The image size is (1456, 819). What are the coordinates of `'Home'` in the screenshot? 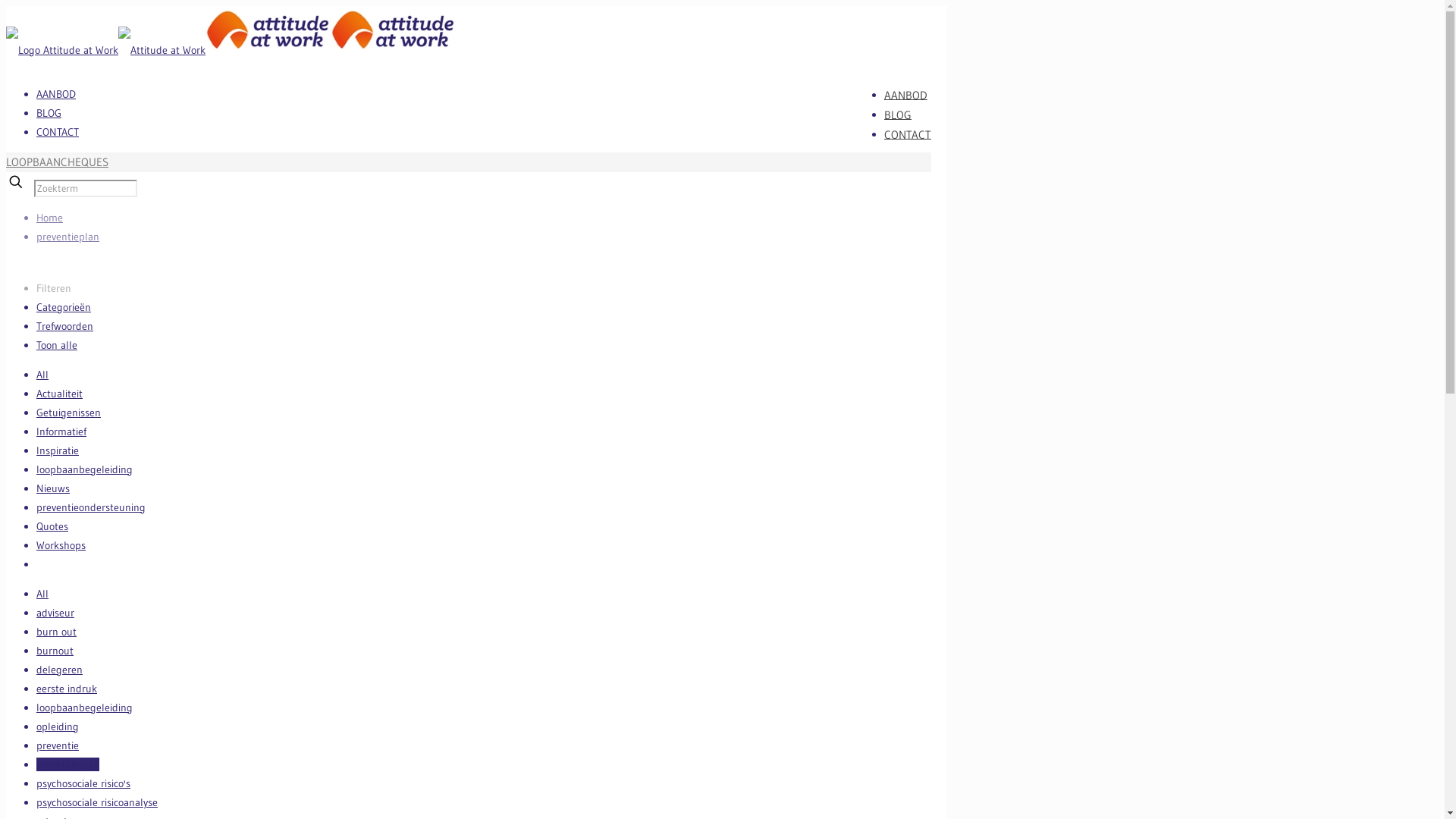 It's located at (49, 217).